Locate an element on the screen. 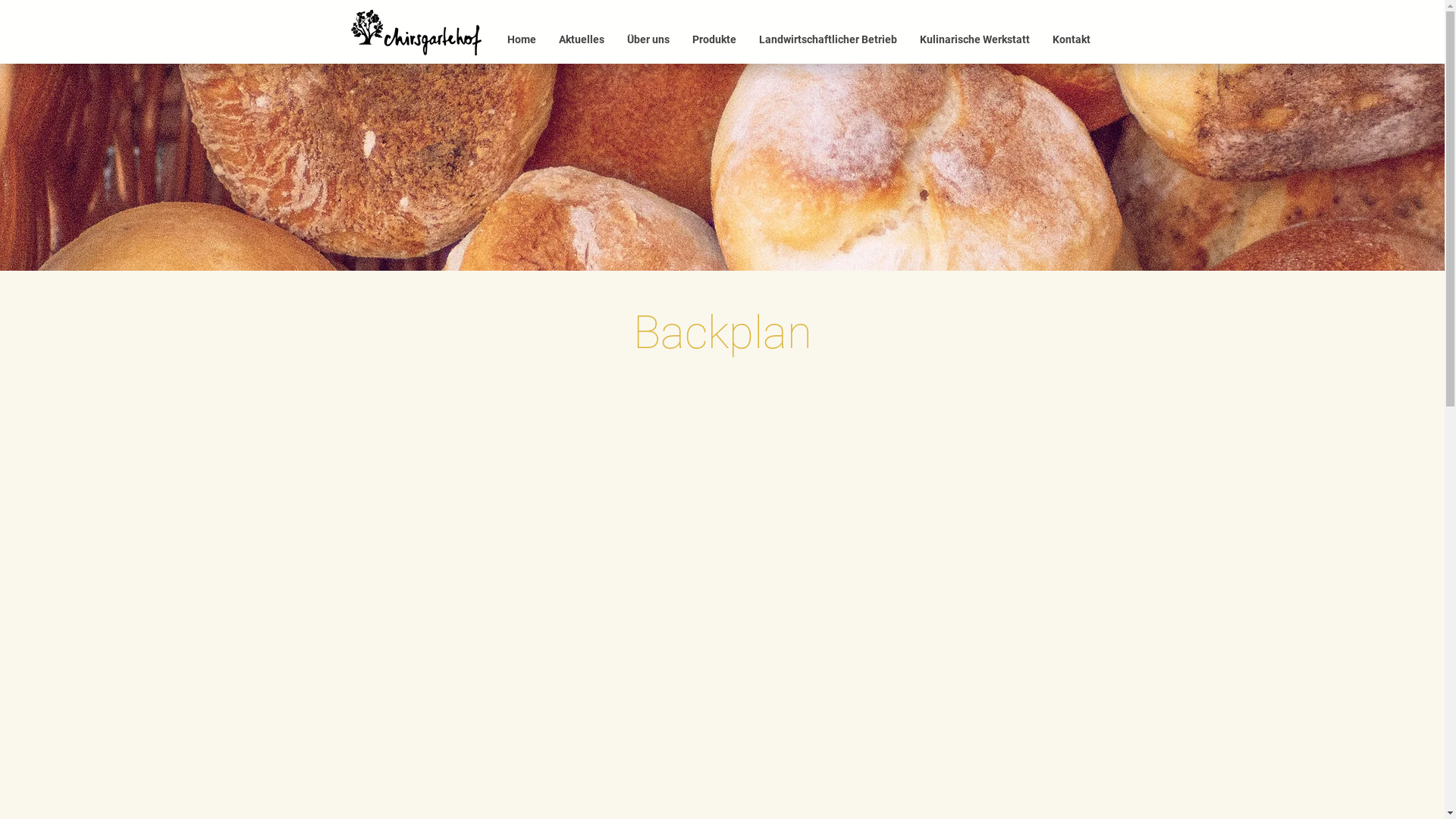 Image resolution: width=1456 pixels, height=819 pixels. 'Kulinarische Werkstatt' is located at coordinates (908, 39).